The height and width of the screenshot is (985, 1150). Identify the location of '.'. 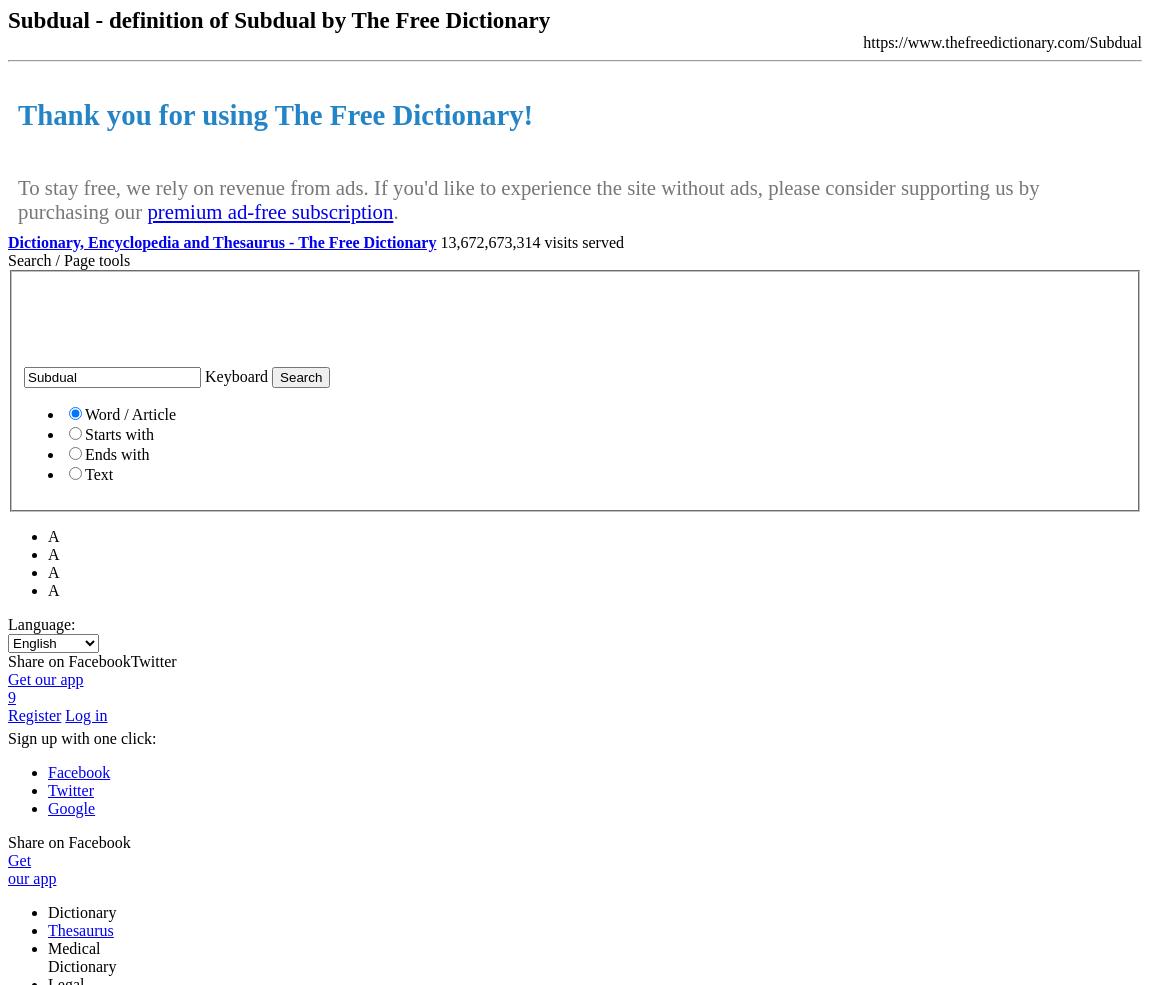
(395, 209).